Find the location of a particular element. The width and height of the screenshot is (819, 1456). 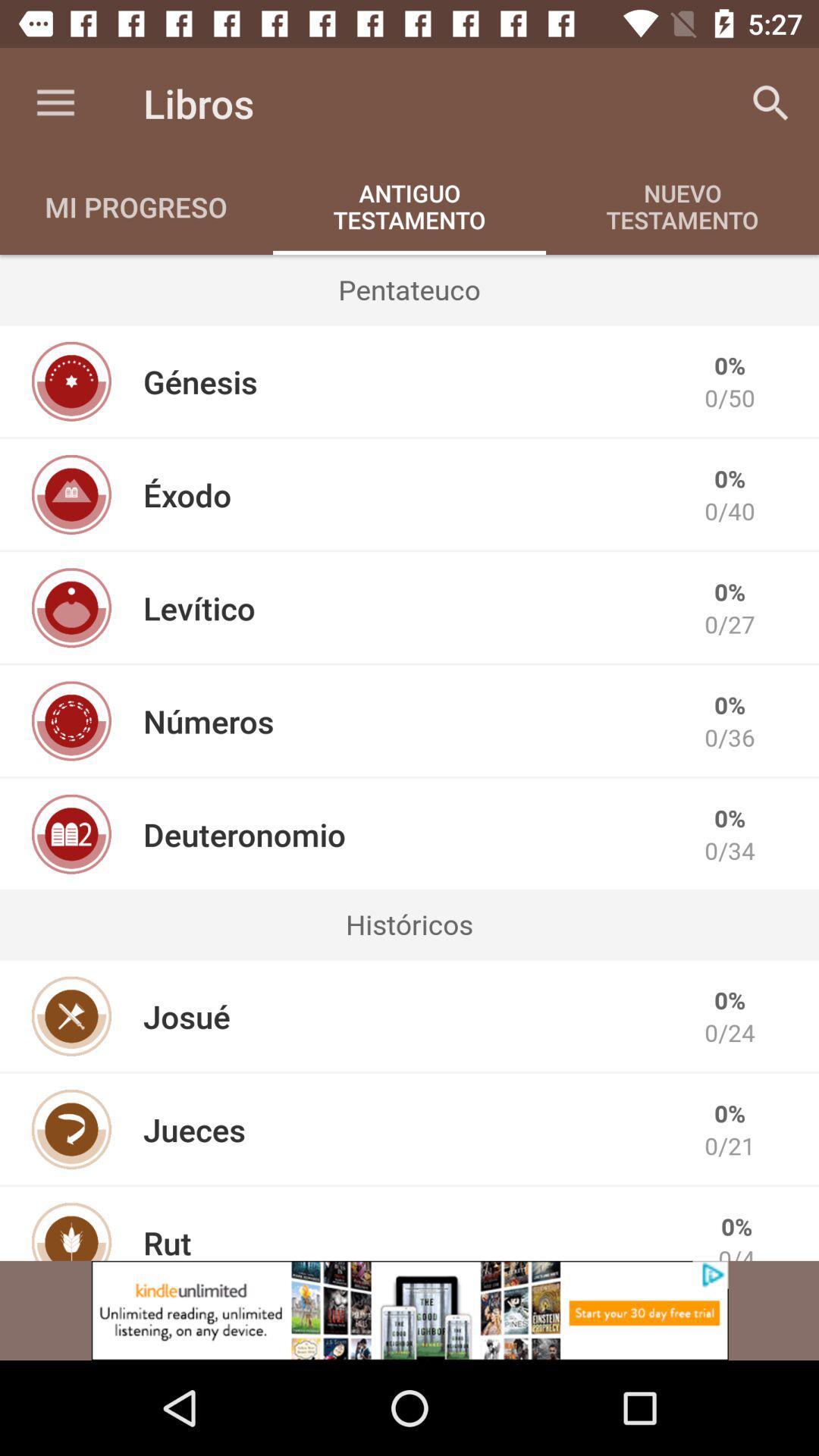

the rut icon is located at coordinates (167, 1241).